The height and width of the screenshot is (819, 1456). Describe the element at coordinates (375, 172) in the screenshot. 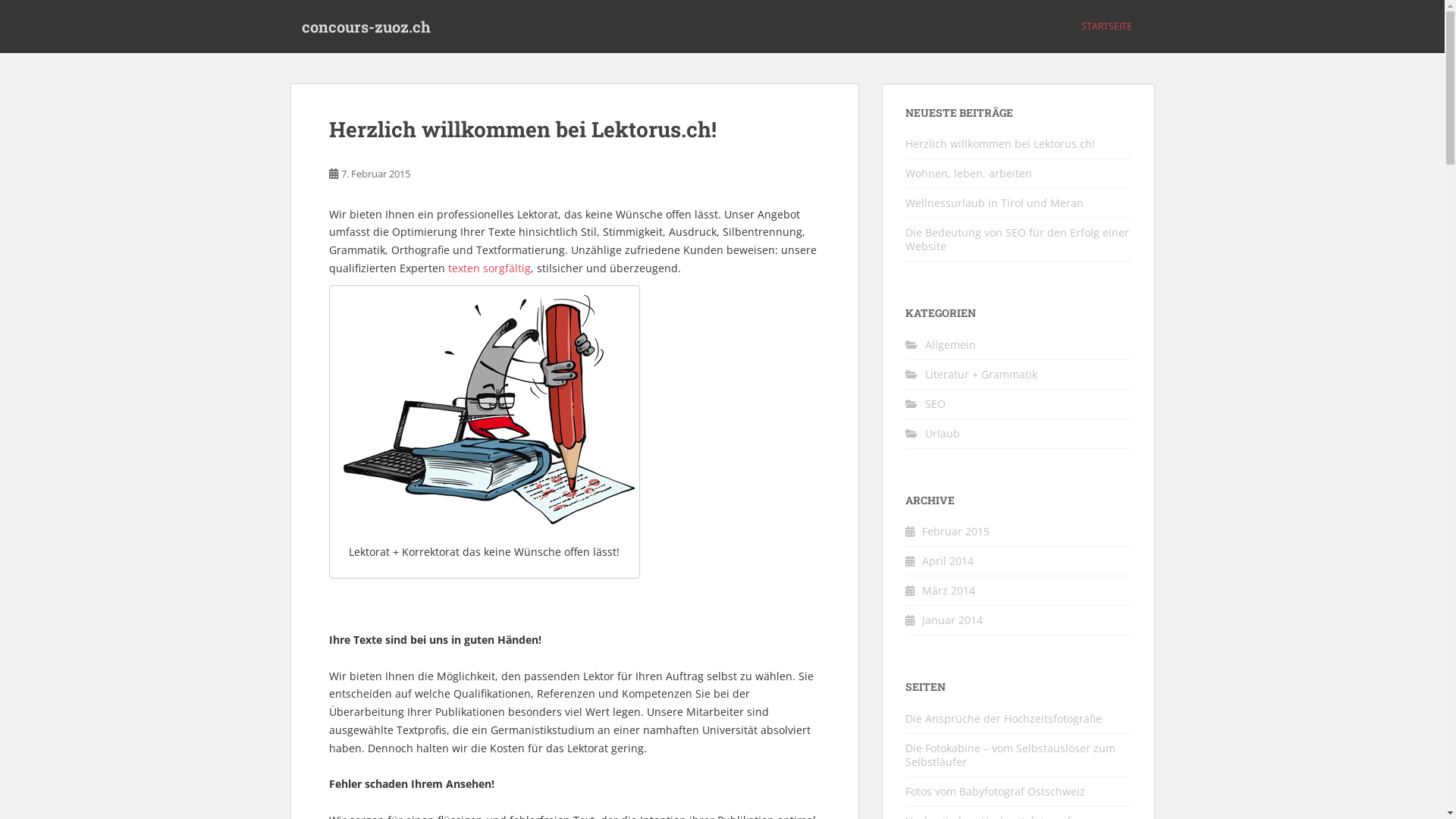

I see `'7. Februar 2015'` at that location.